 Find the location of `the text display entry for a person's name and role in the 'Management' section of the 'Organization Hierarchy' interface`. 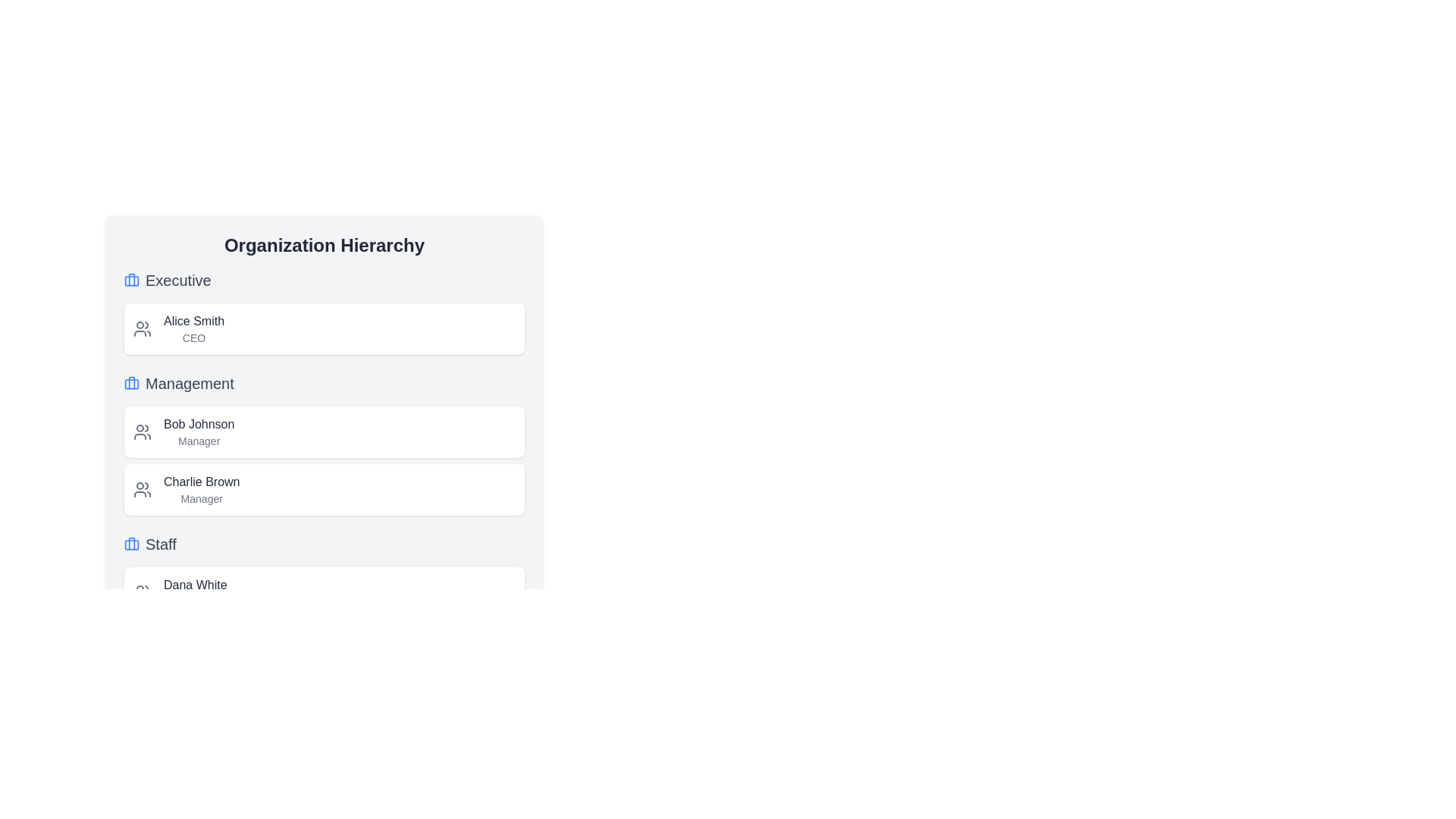

the text display entry for a person's name and role in the 'Management' section of the 'Organization Hierarchy' interface is located at coordinates (201, 489).